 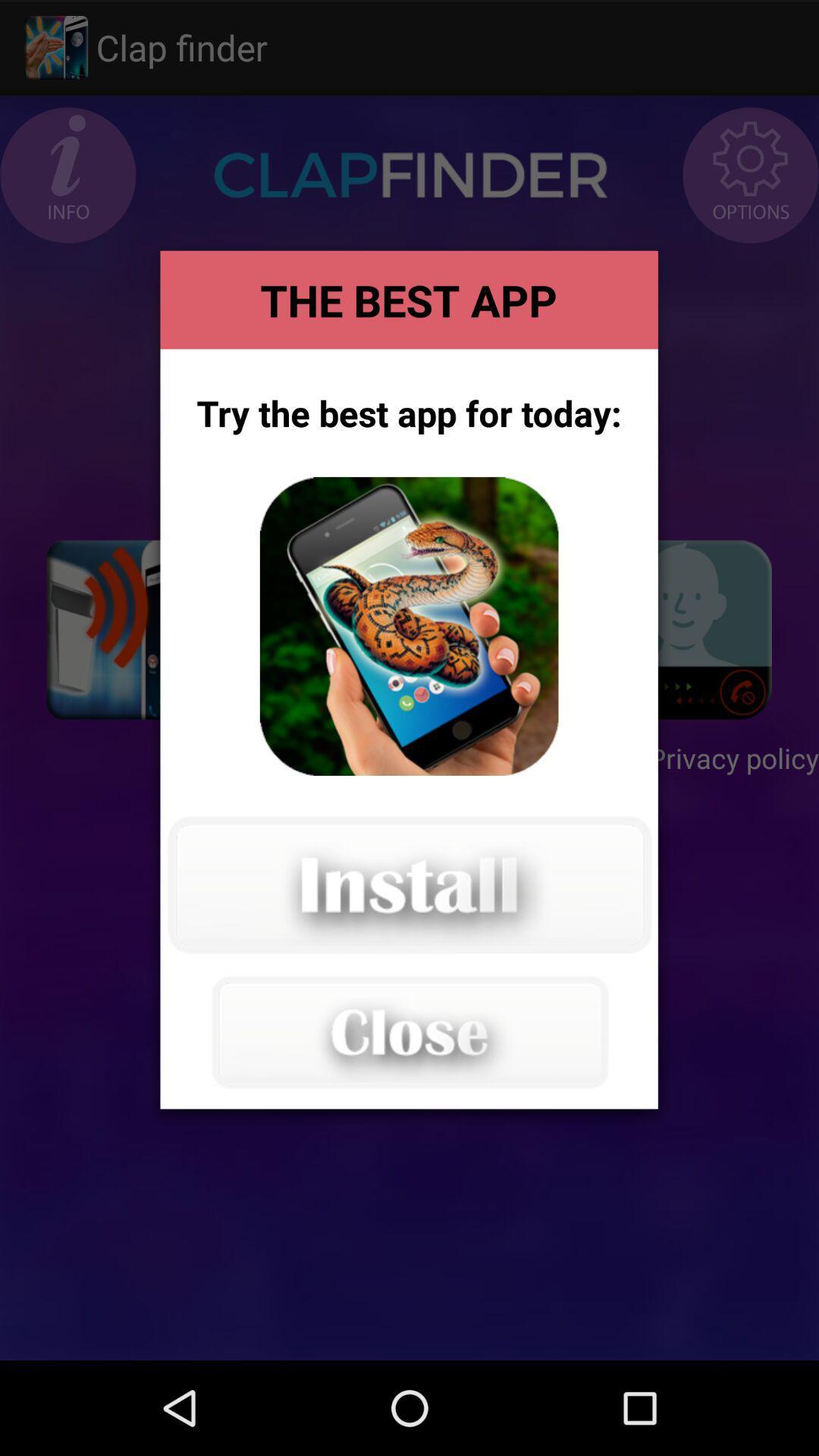 I want to click on click icon for more information, so click(x=408, y=626).